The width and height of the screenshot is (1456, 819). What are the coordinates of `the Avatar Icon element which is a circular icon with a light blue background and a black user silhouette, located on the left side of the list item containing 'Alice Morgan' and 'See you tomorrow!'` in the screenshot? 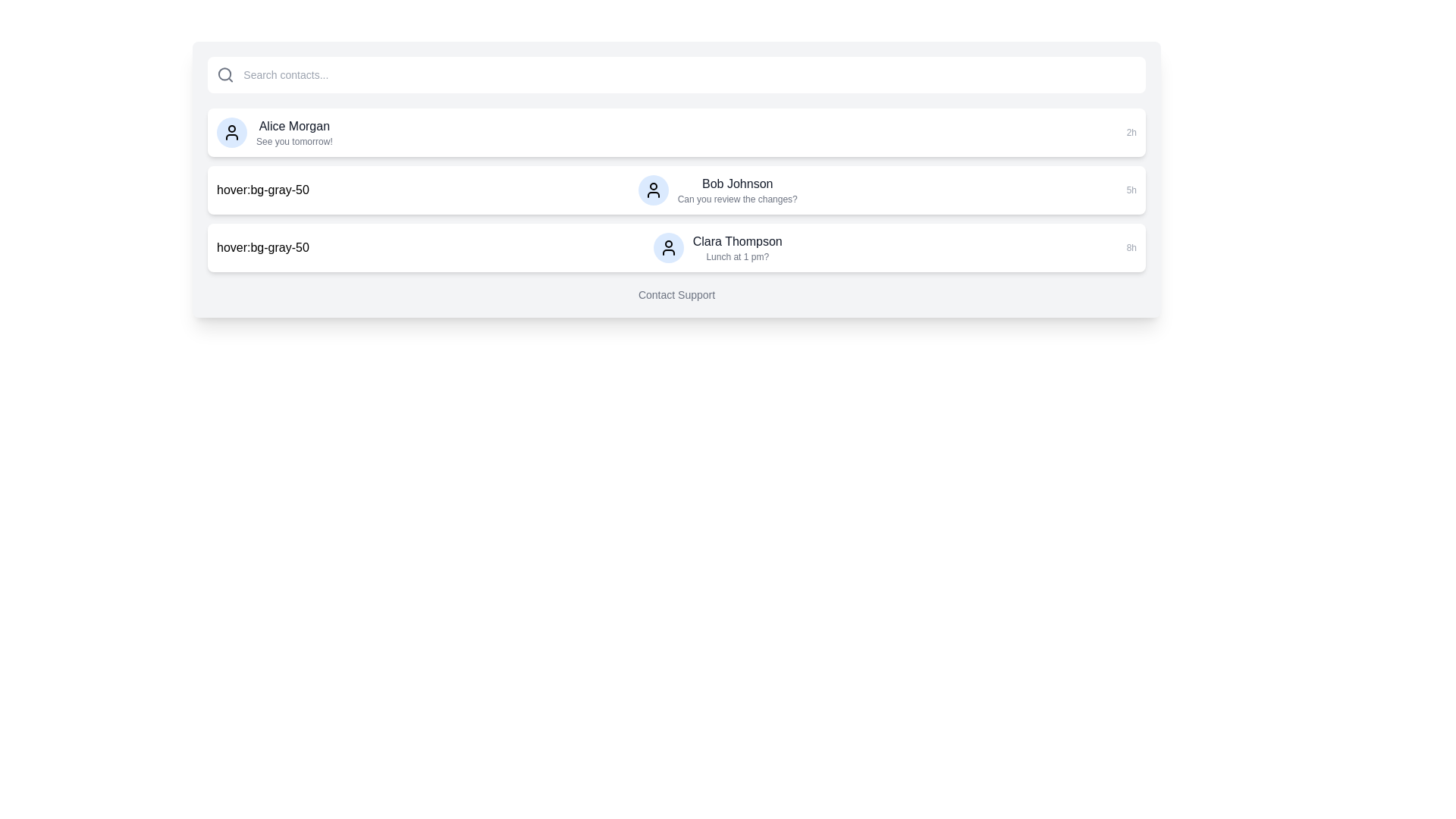 It's located at (231, 131).